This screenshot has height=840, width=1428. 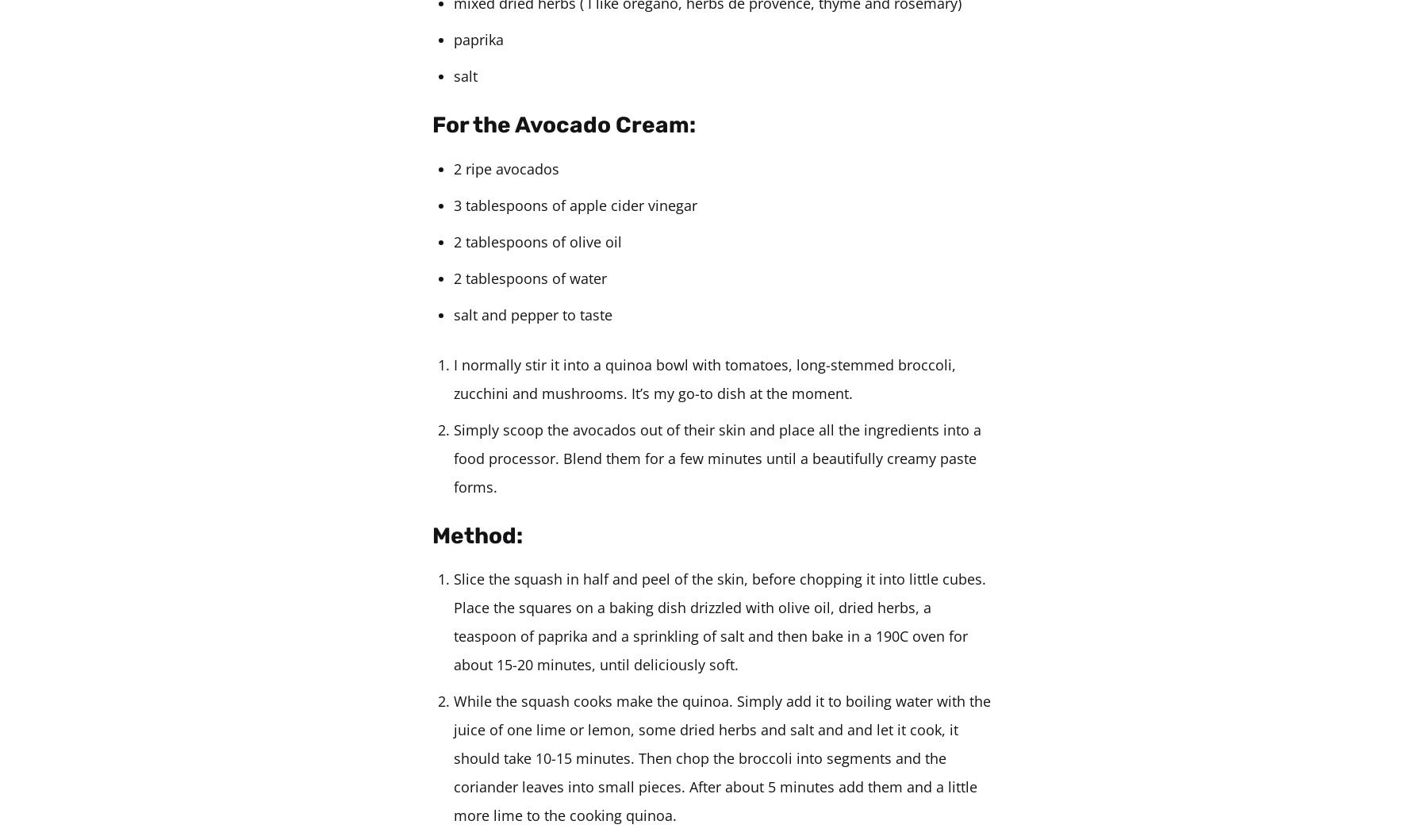 I want to click on '2 tablespoons of olive oil', so click(x=537, y=241).